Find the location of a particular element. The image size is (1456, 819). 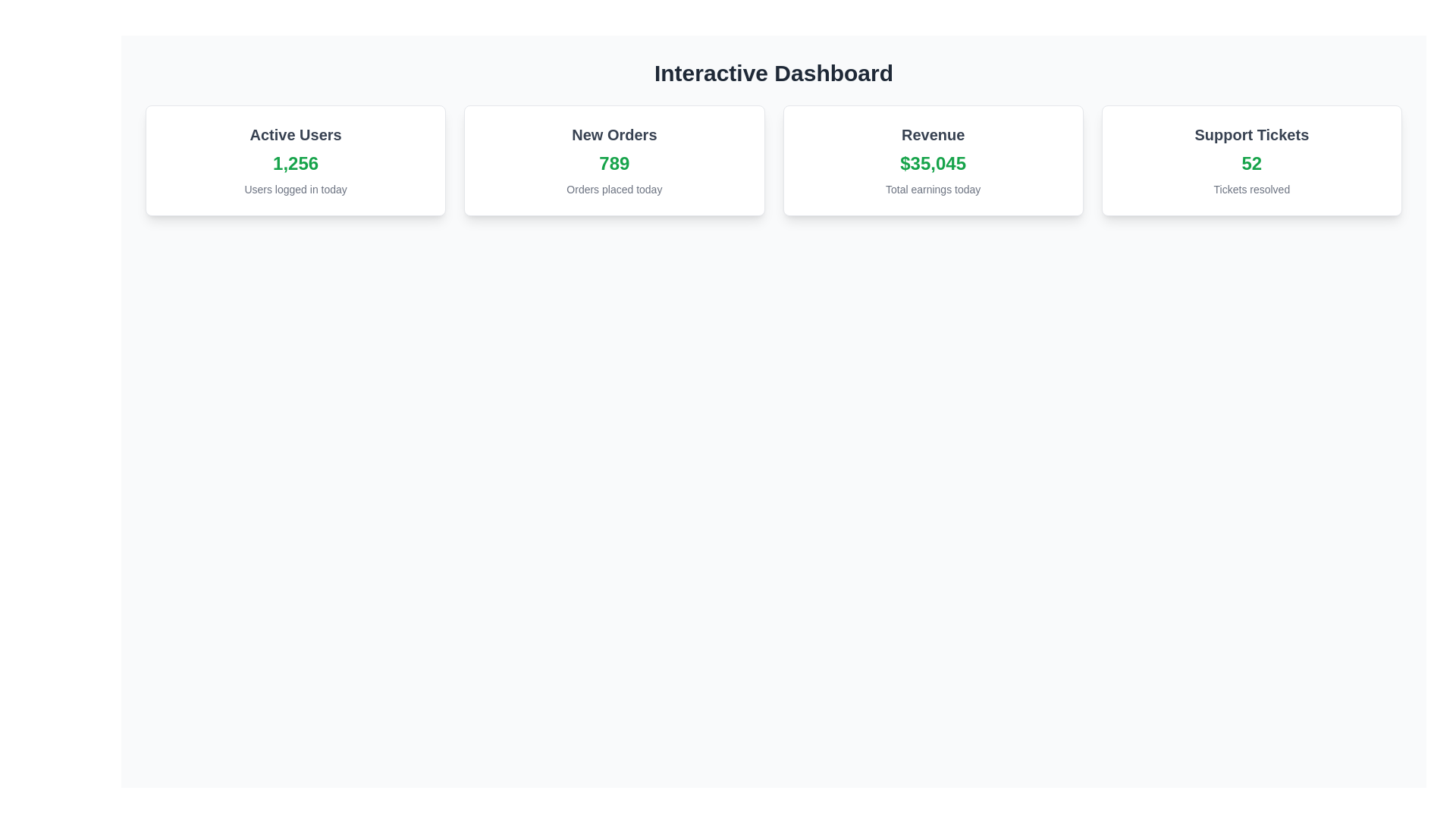

the Text label that provides context for today's total earnings, located within the 'Revenue' card, positioned below the '$35,045' text is located at coordinates (932, 189).